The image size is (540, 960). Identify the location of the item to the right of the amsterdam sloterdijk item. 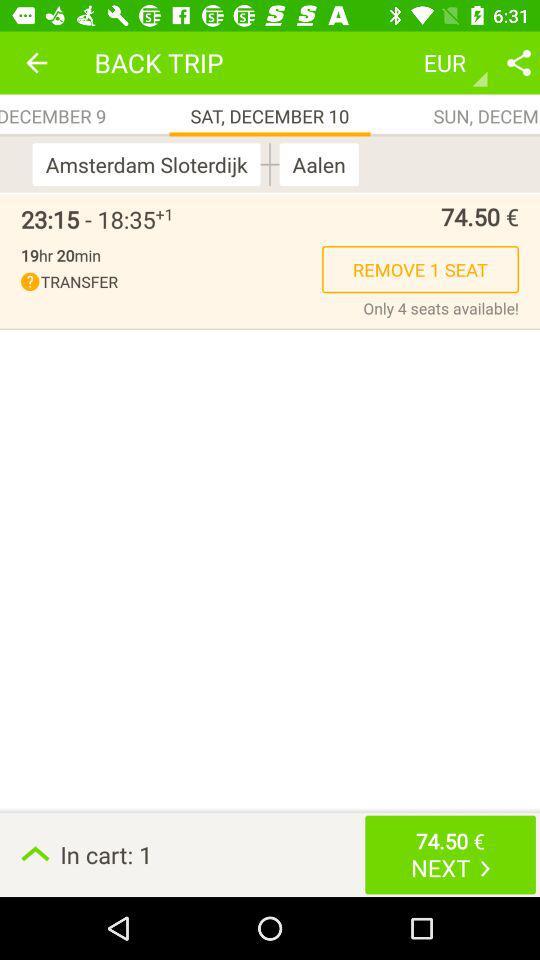
(270, 163).